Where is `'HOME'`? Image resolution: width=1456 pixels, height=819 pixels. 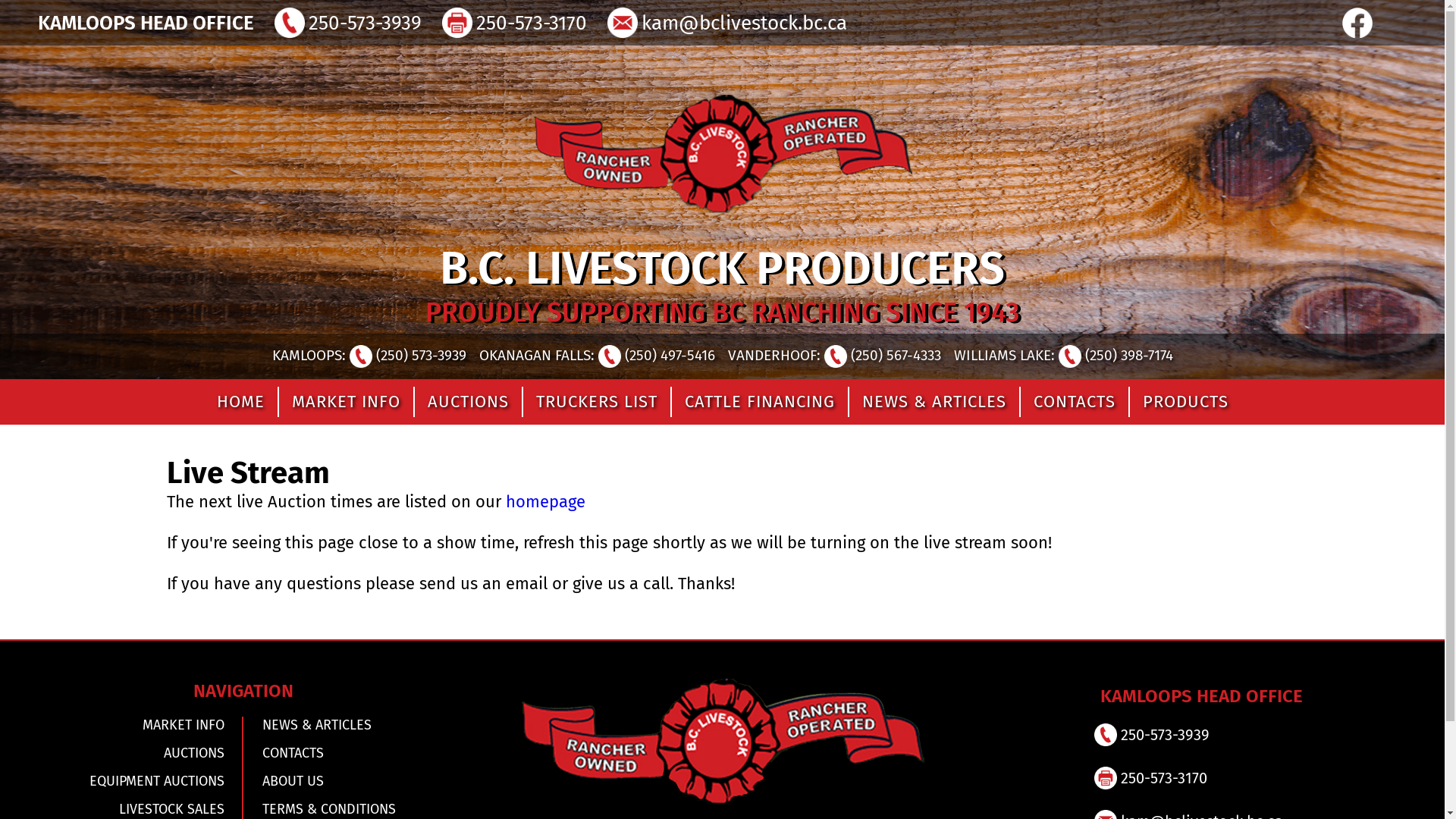
'HOME' is located at coordinates (239, 400).